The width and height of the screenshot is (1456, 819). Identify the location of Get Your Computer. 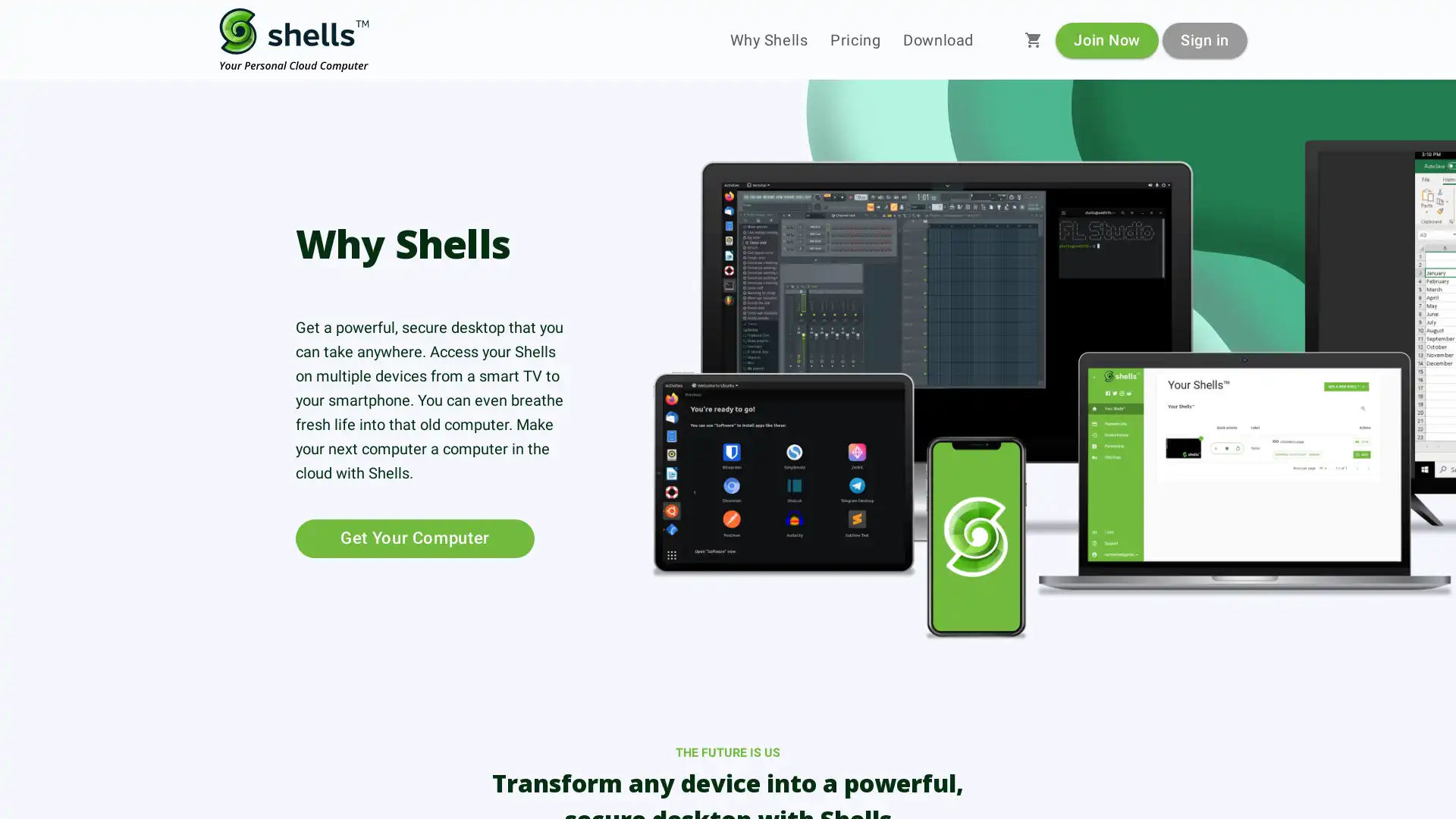
(415, 537).